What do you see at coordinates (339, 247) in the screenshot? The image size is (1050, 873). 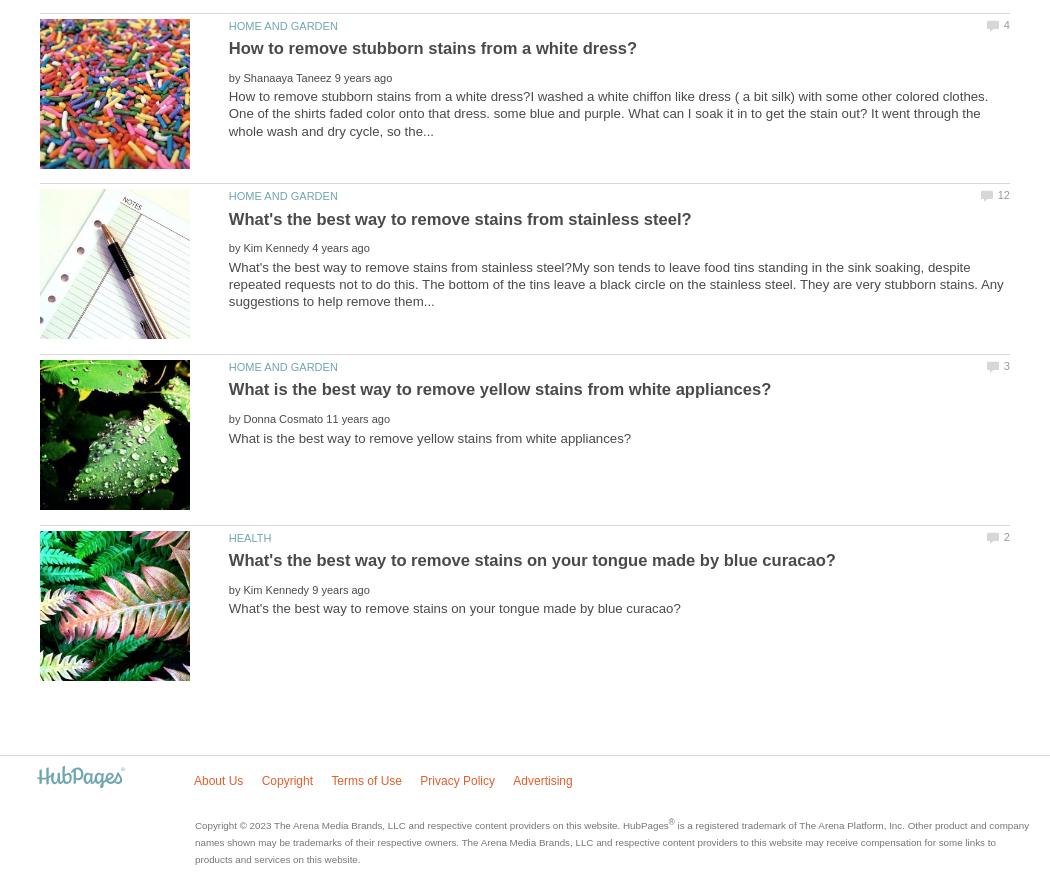 I see `'4 years ago'` at bounding box center [339, 247].